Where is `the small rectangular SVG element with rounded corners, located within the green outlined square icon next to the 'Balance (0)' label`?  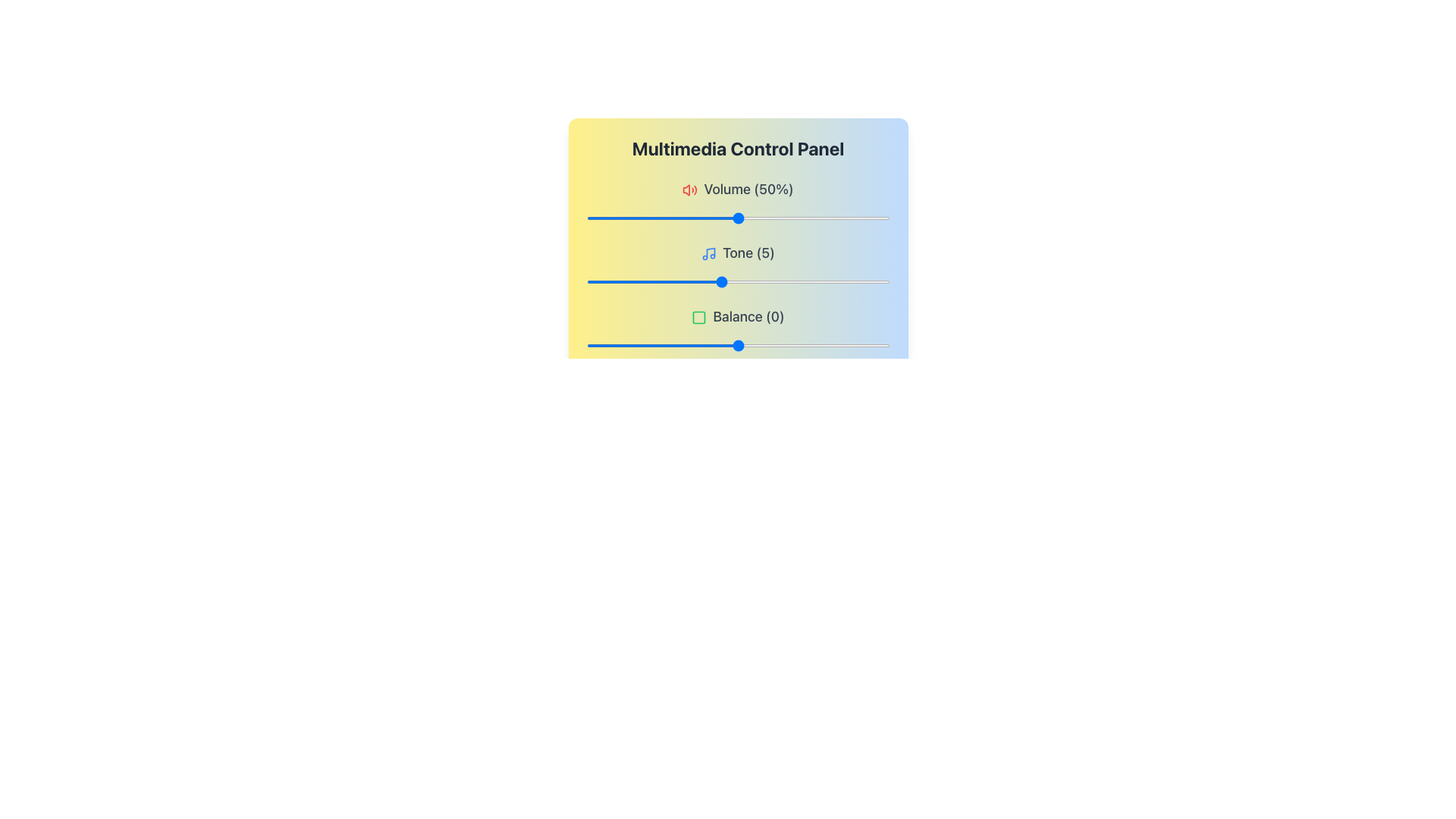 the small rectangular SVG element with rounded corners, located within the green outlined square icon next to the 'Balance (0)' label is located at coordinates (698, 317).